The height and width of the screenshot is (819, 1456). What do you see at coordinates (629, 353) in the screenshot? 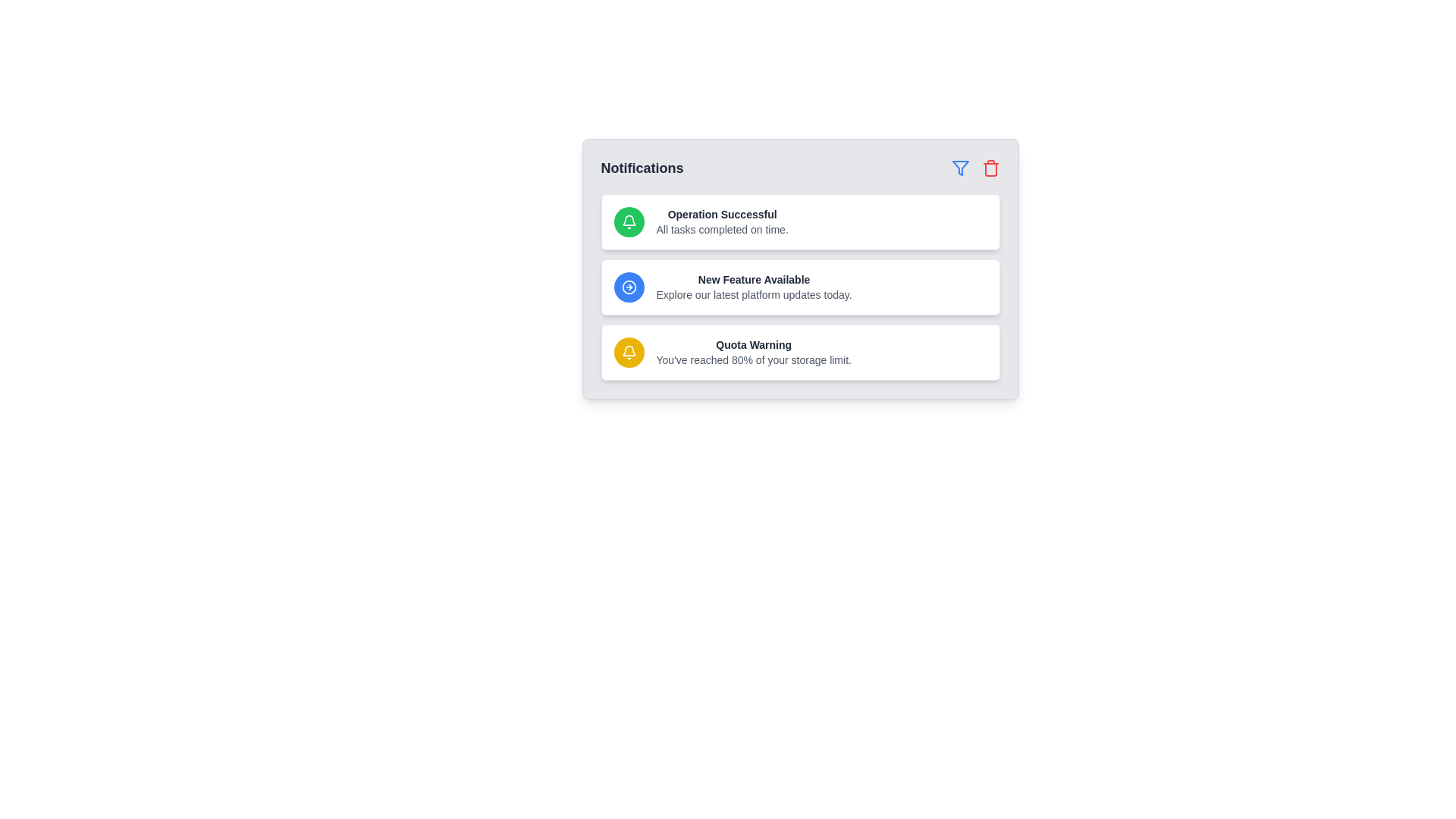
I see `the circular notification icon with a yellow background and a white bell icon, located in the Notification panel beside the 'Quota Warning' notification` at bounding box center [629, 353].